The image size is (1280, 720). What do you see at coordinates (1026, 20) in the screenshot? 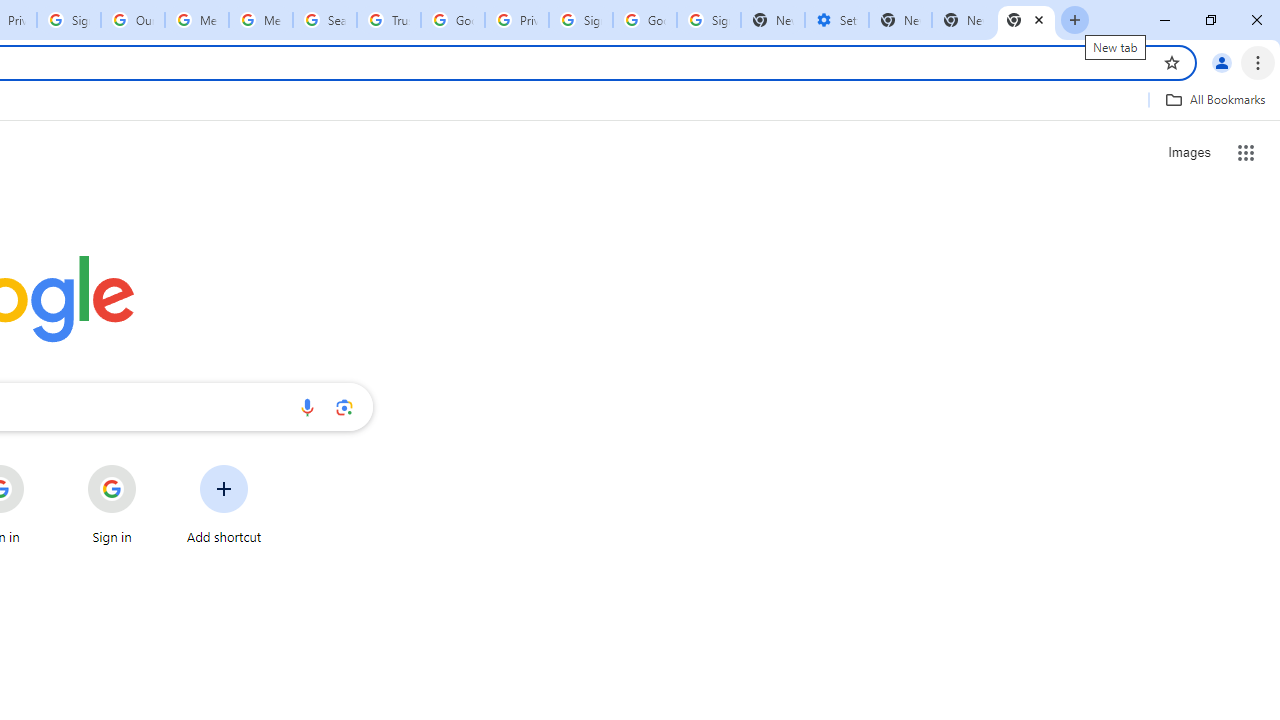
I see `'New Tab'` at bounding box center [1026, 20].